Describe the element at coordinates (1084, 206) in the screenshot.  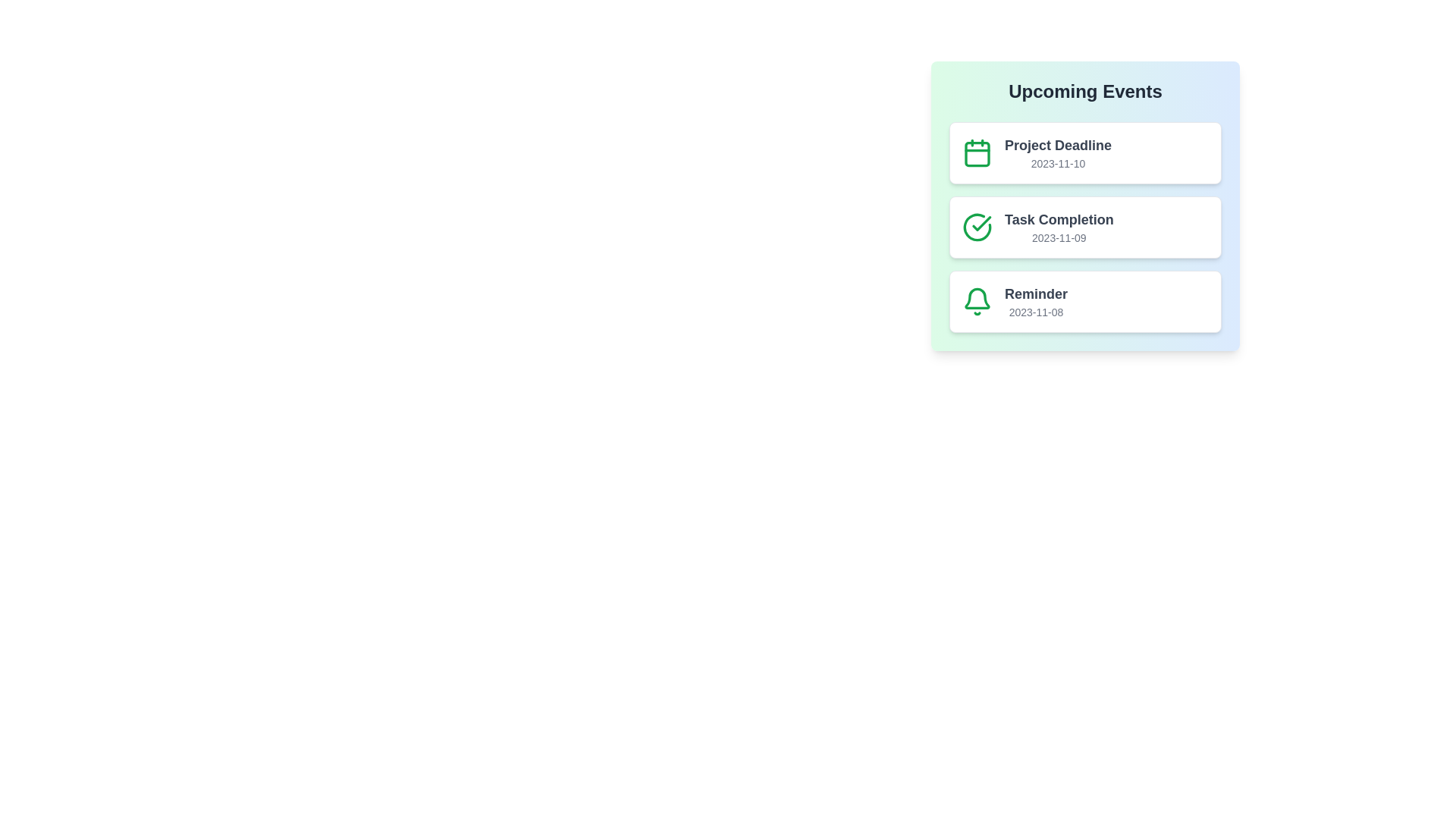
I see `the ModernList component to open the context menu` at that location.